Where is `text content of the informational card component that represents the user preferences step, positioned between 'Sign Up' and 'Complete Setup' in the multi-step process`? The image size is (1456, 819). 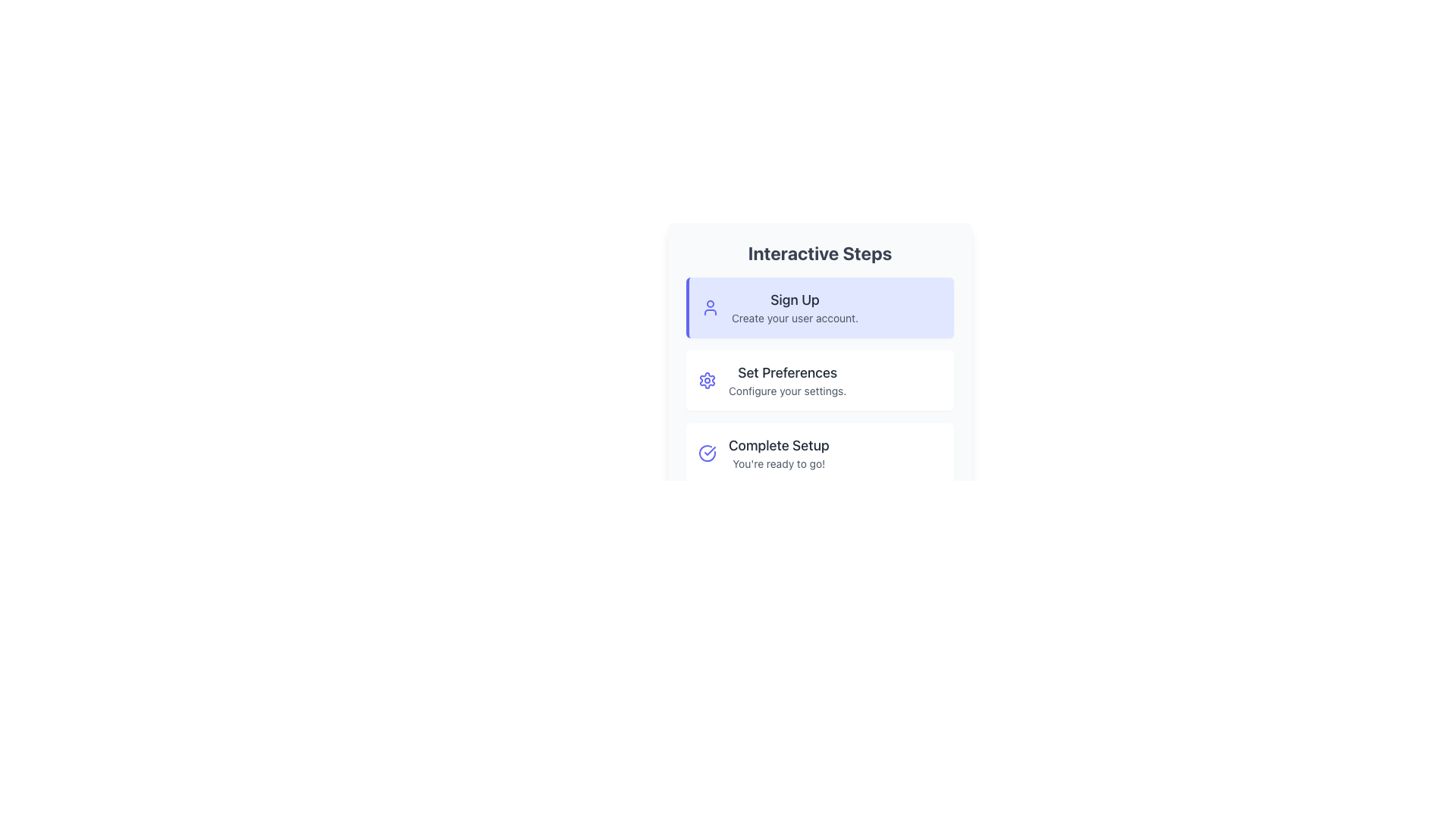
text content of the informational card component that represents the user preferences step, positioned between 'Sign Up' and 'Complete Setup' in the multi-step process is located at coordinates (819, 379).